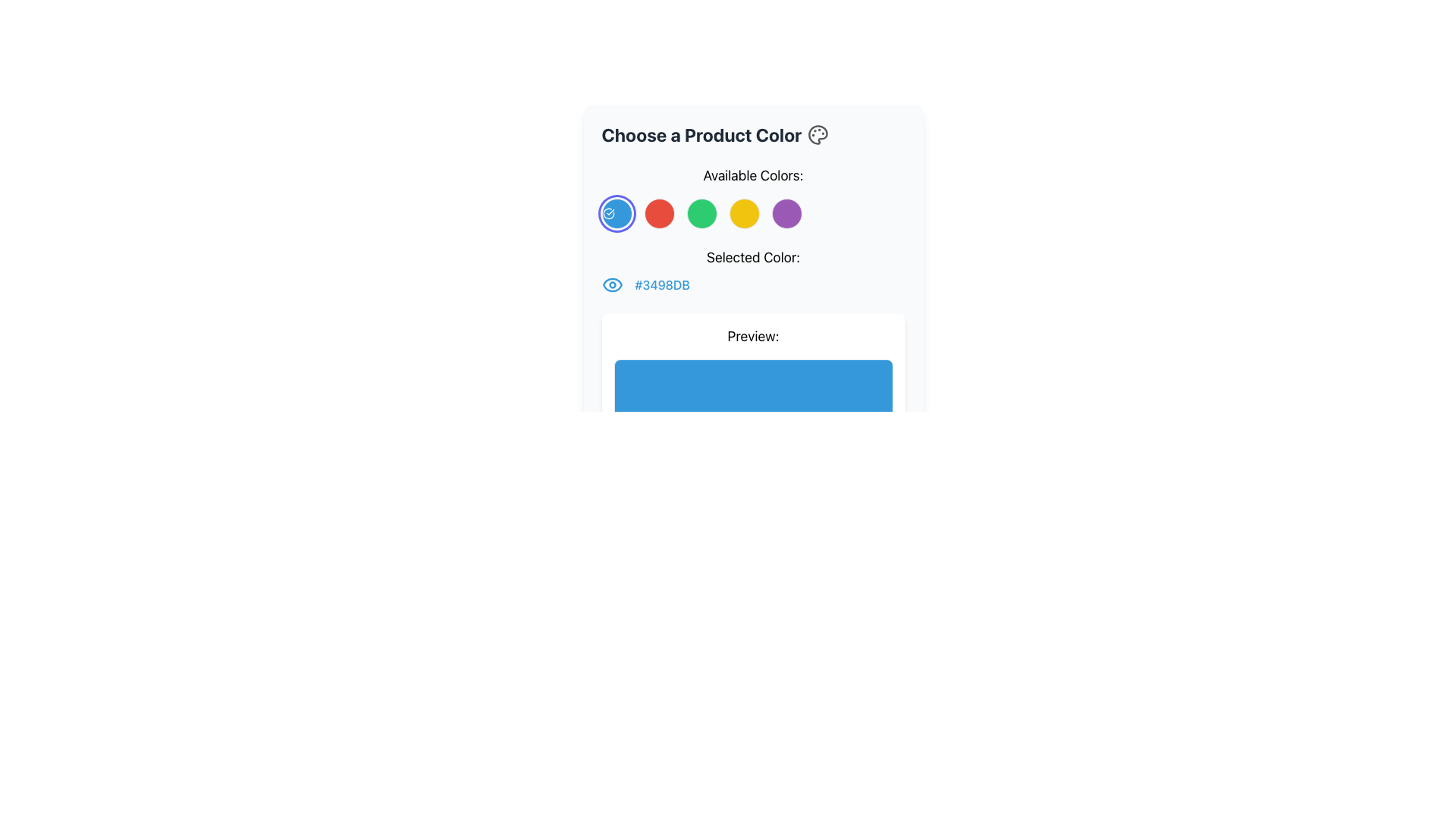  What do you see at coordinates (659, 213) in the screenshot?
I see `the second circular icon in the row of color options below the text 'Available Colors:'` at bounding box center [659, 213].